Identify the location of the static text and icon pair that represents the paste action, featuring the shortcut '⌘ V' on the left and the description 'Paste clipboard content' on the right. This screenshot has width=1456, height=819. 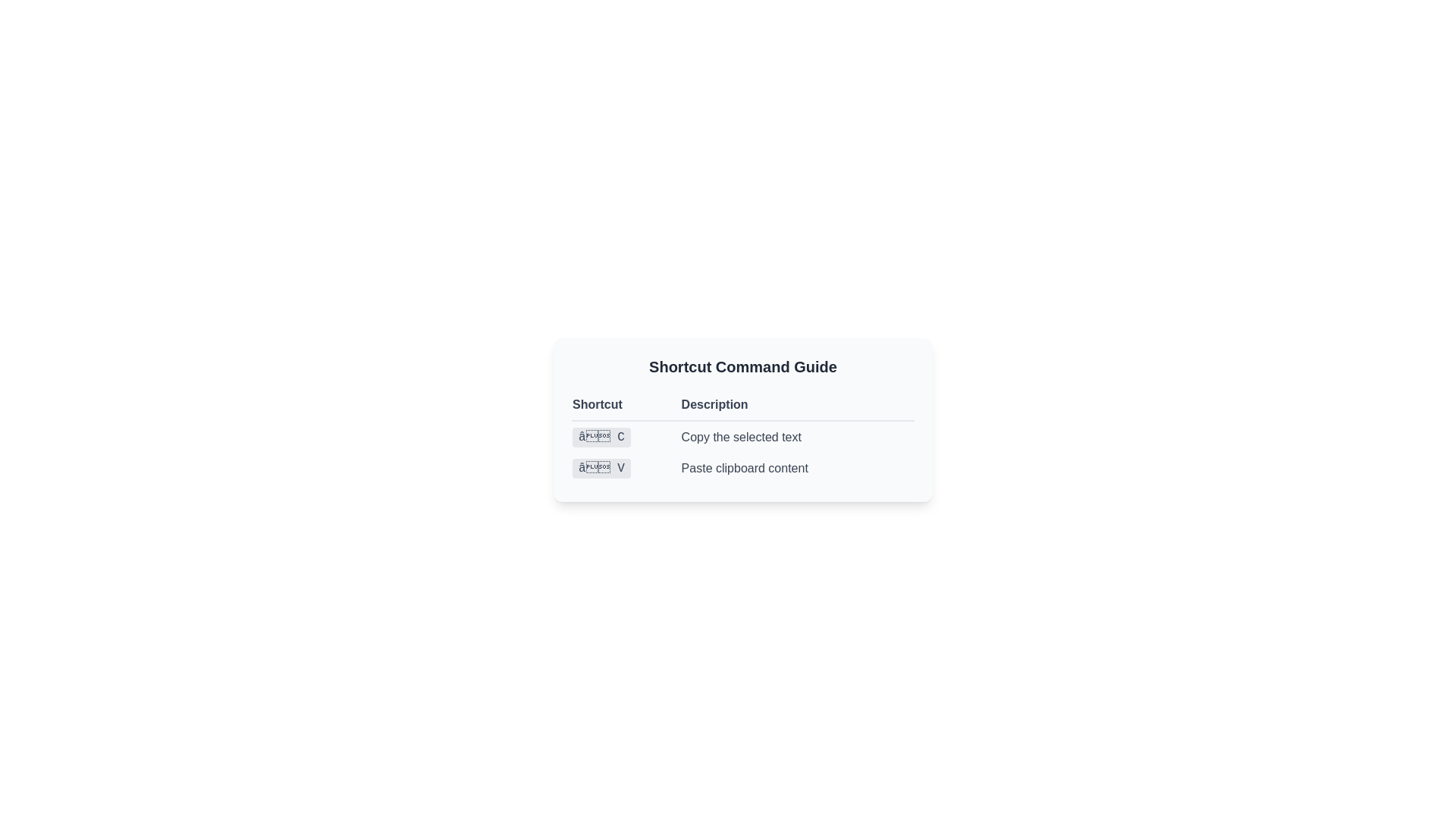
(742, 467).